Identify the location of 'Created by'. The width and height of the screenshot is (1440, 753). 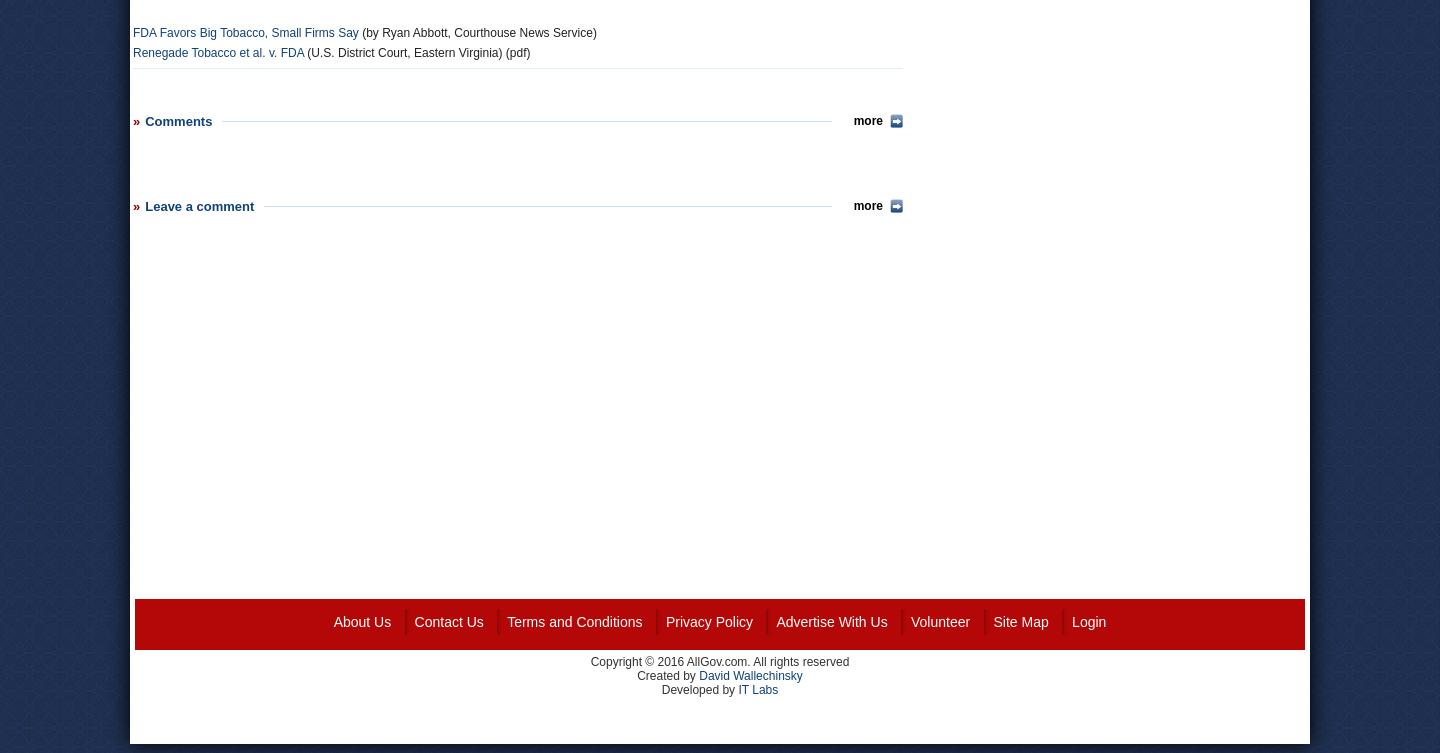
(668, 674).